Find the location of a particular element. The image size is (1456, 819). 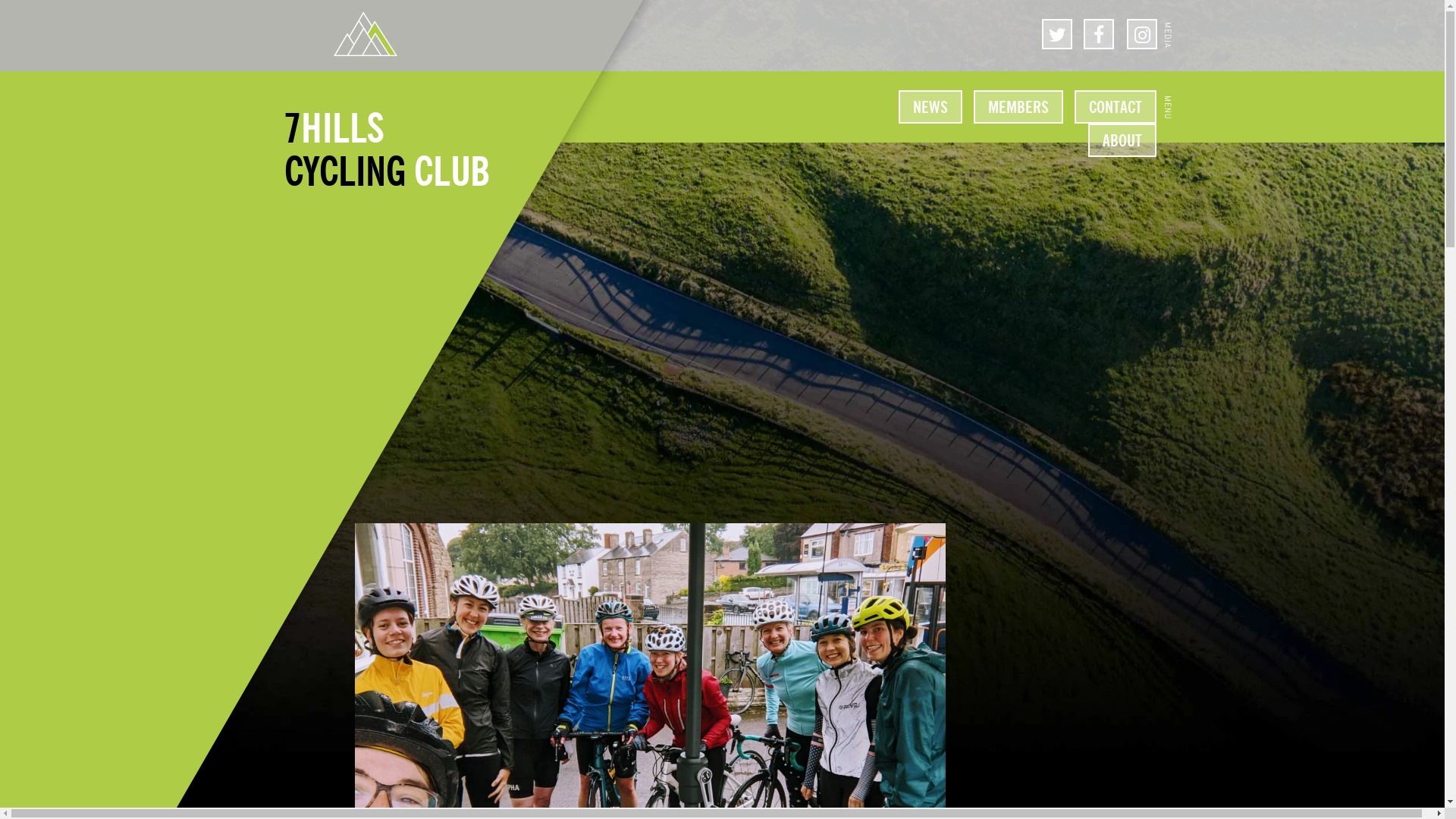

'MEMBERS' is located at coordinates (1018, 106).